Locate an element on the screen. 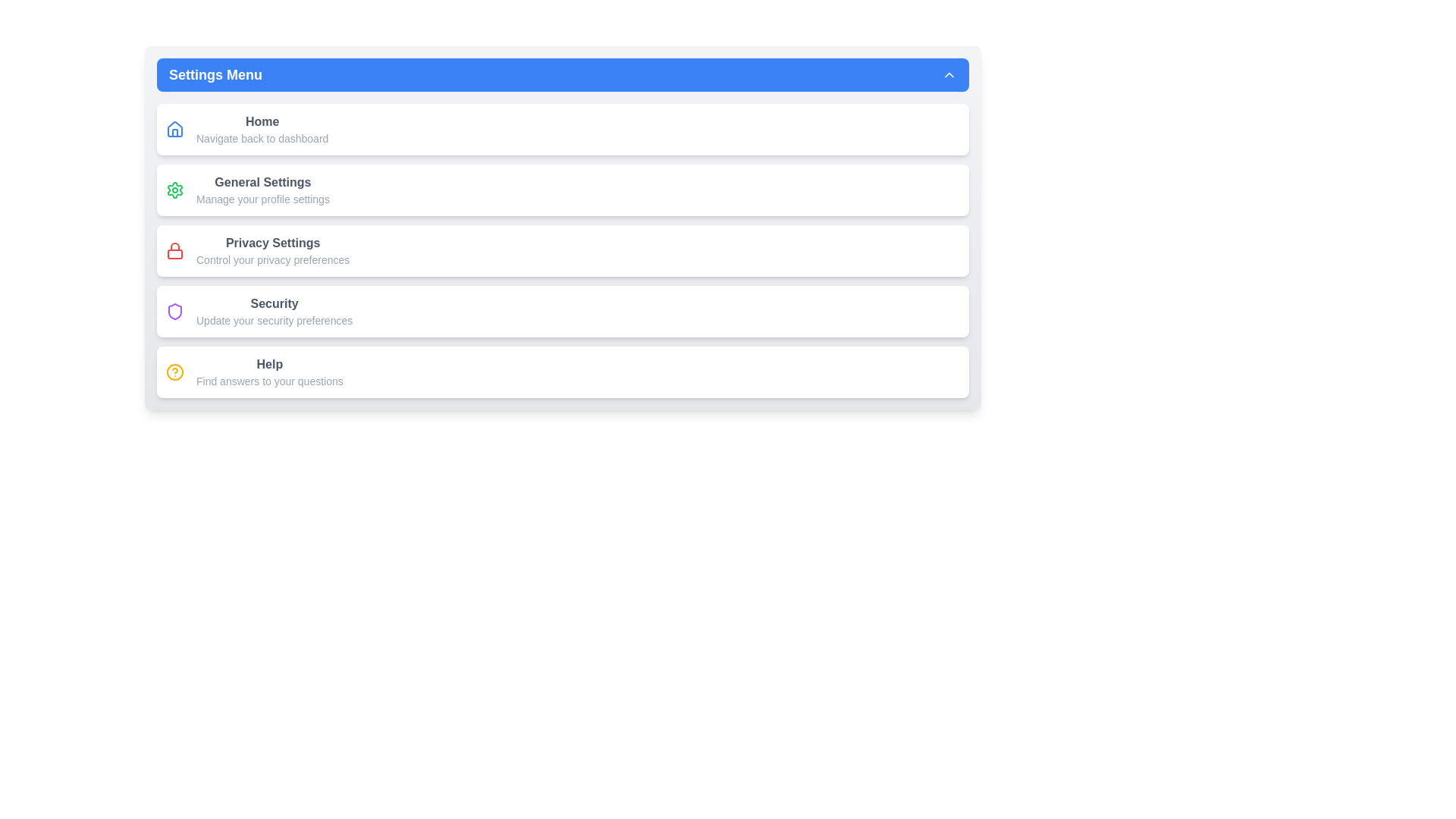  the 'General Settings' icon located at the top-left corner of the 'General Settings' menu item is located at coordinates (174, 189).